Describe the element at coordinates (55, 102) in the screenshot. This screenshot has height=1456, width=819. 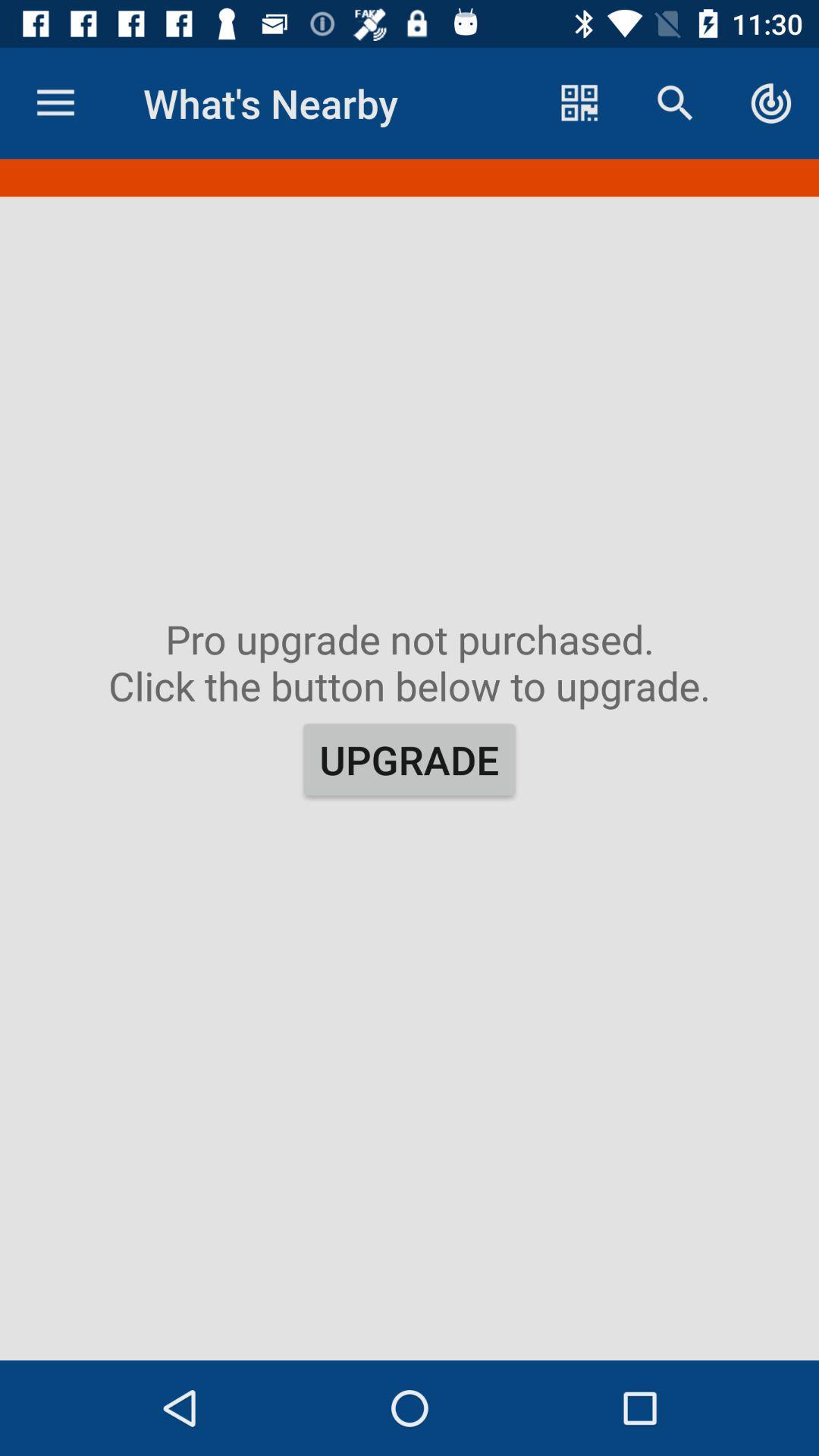
I see `the item to the left of the what's nearby` at that location.